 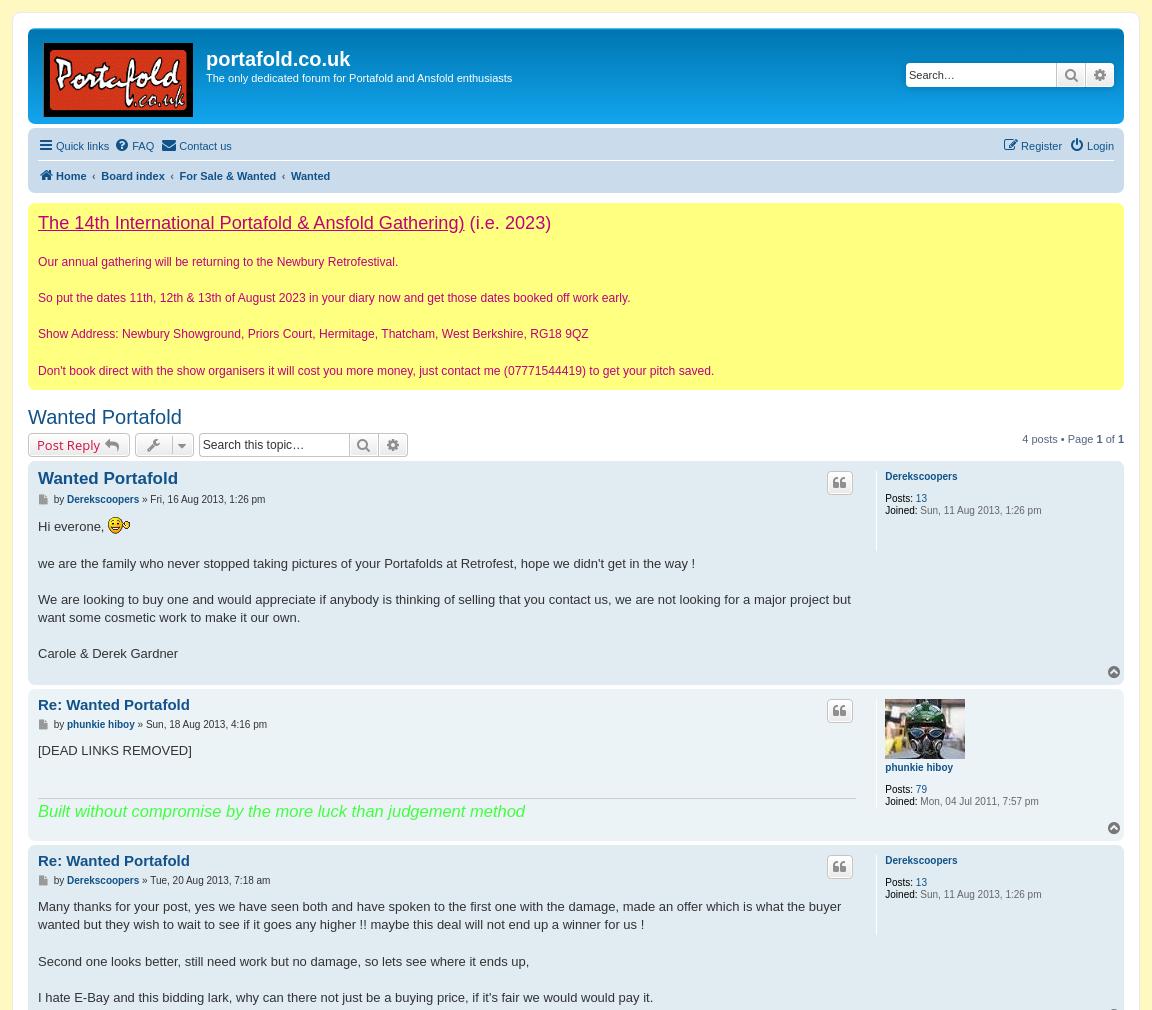 What do you see at coordinates (251, 222) in the screenshot?
I see `'The 14th International Portafold & Ansfold Gathering)'` at bounding box center [251, 222].